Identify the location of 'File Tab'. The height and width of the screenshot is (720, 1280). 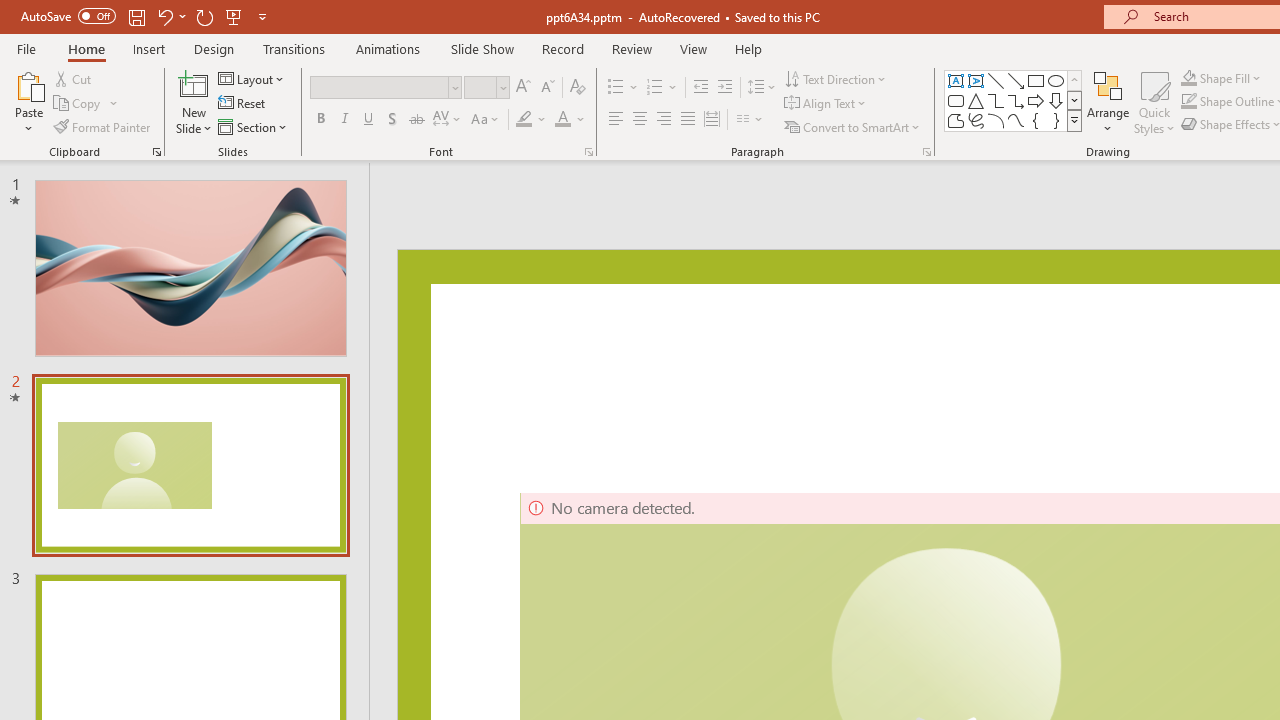
(26, 47).